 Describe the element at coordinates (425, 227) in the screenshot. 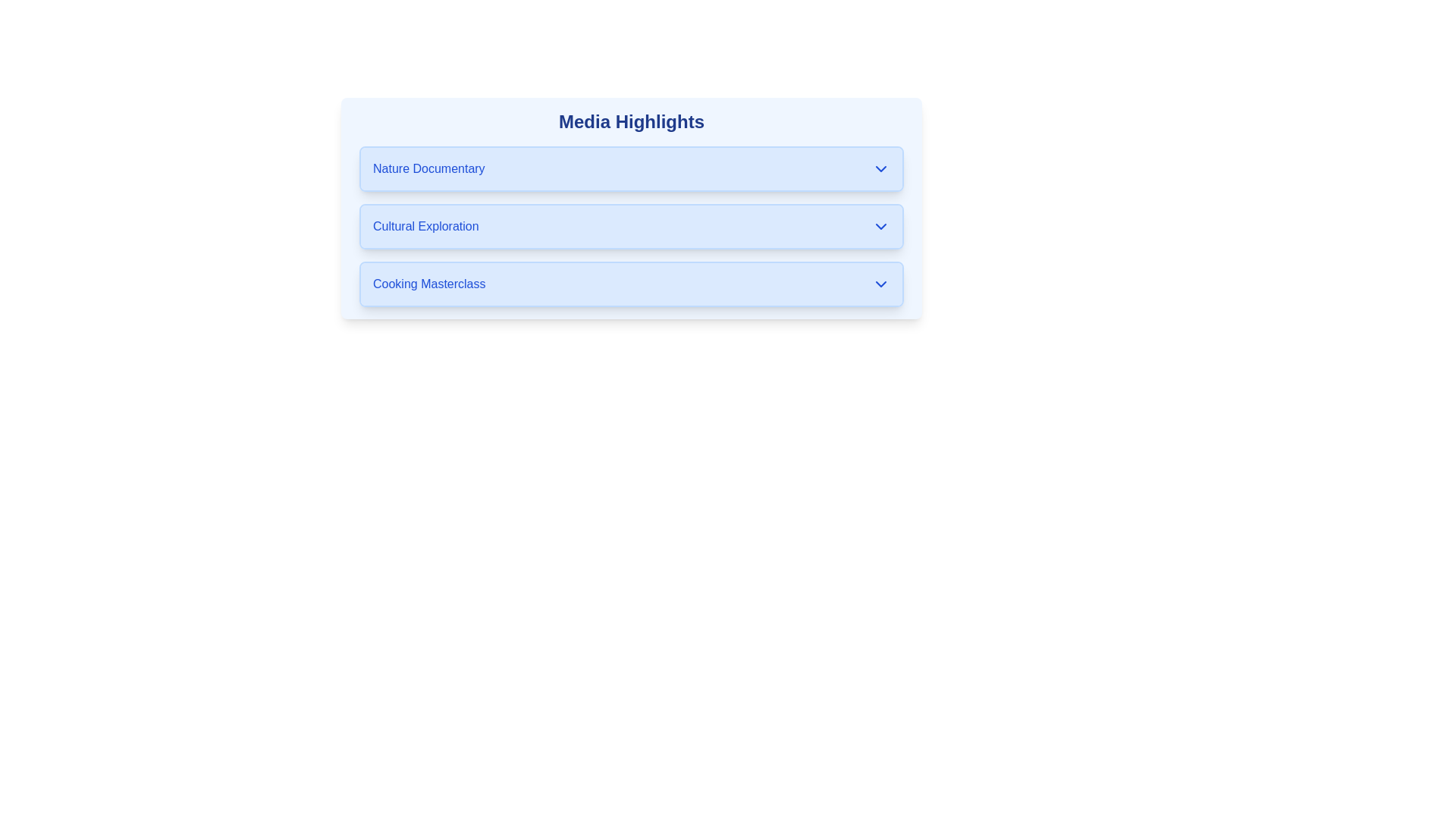

I see `text label that serves as the title for the 'Media Highlights' section, located centrally aligned in the second menu item of the list, positioned below 'Nature Documentary' and above 'Cooking Masterclass'` at that location.